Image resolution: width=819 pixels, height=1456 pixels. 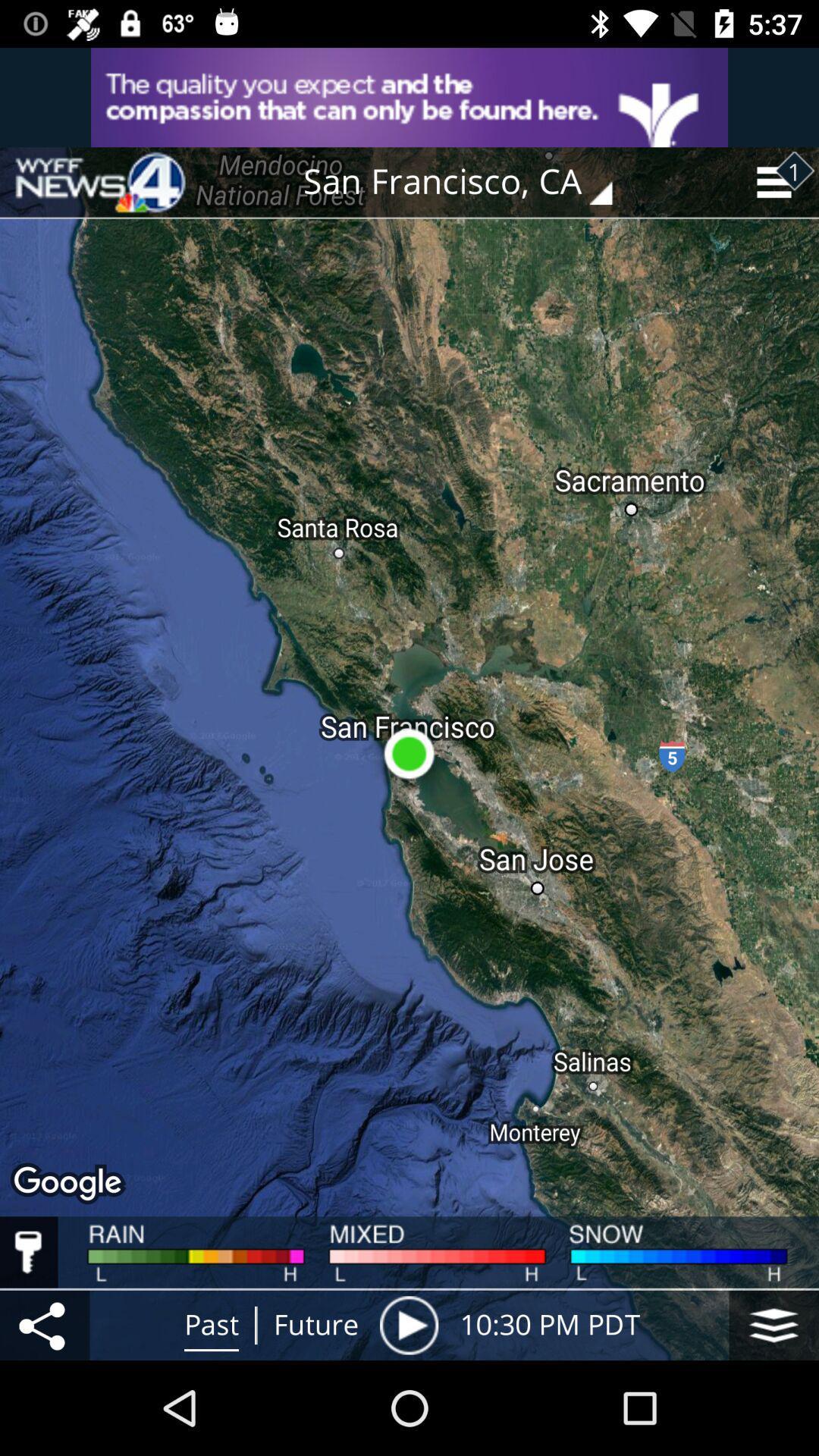 What do you see at coordinates (773, 1324) in the screenshot?
I see `the layers icon` at bounding box center [773, 1324].